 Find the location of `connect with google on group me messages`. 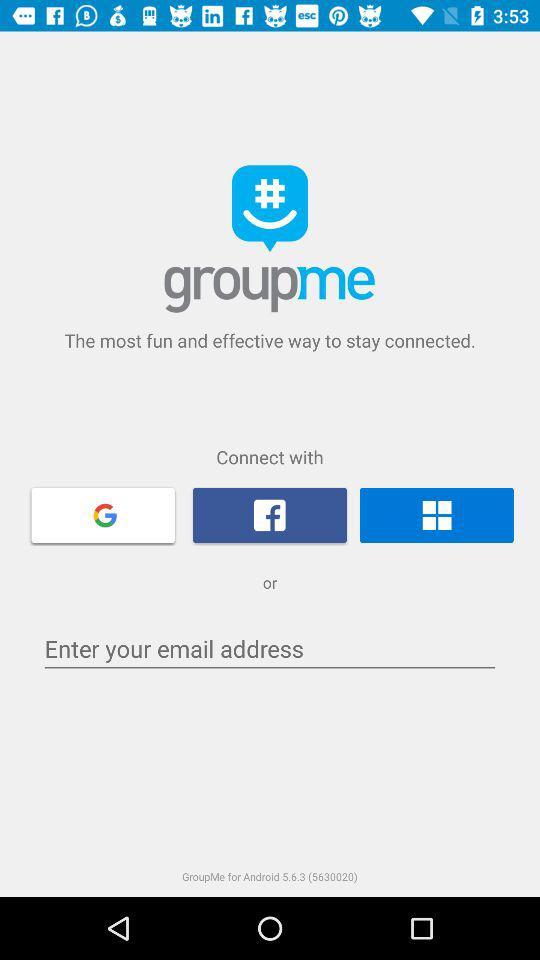

connect with google on group me messages is located at coordinates (103, 513).